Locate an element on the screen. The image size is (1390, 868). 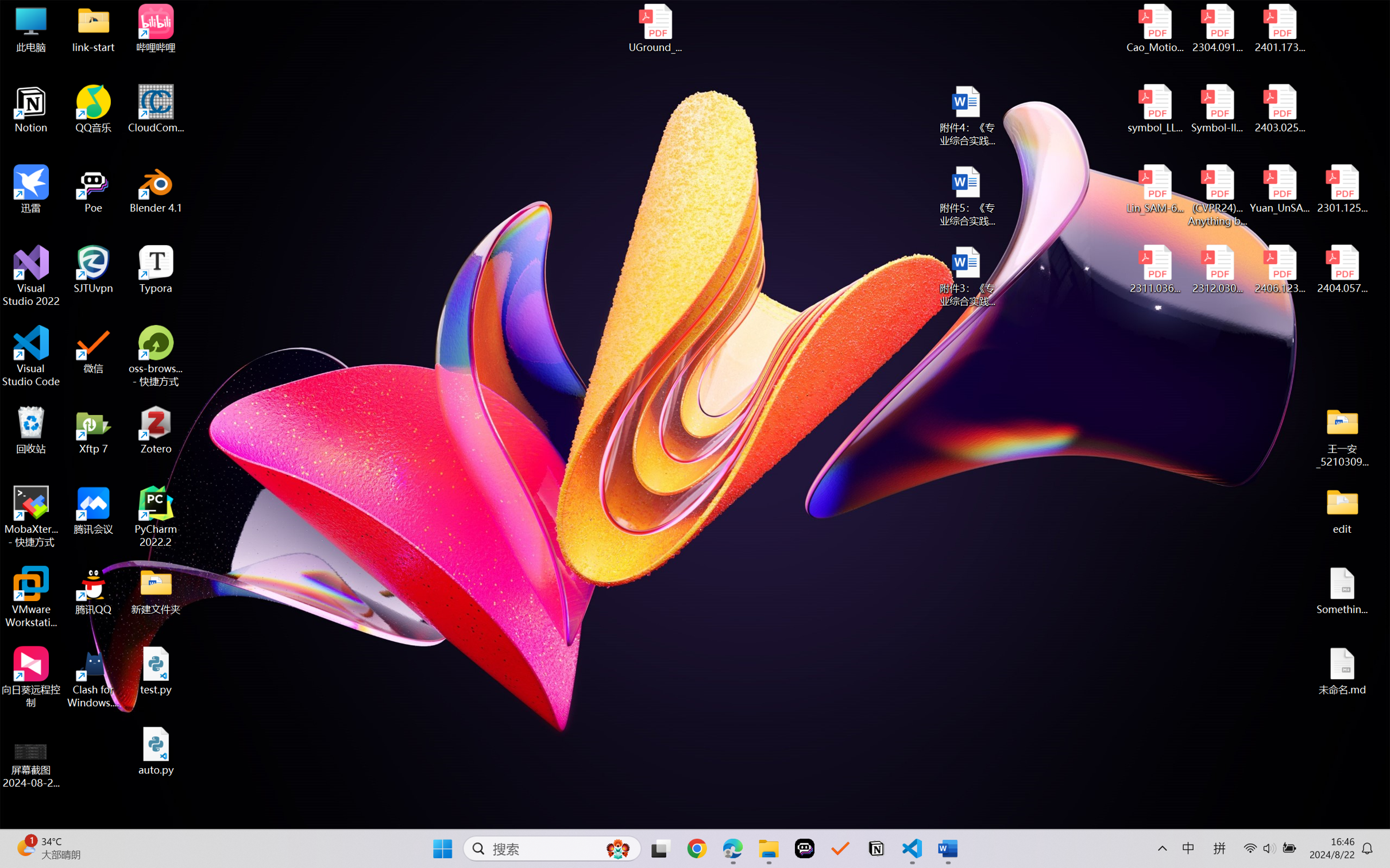
'Visual Studio Code' is located at coordinates (30, 355).